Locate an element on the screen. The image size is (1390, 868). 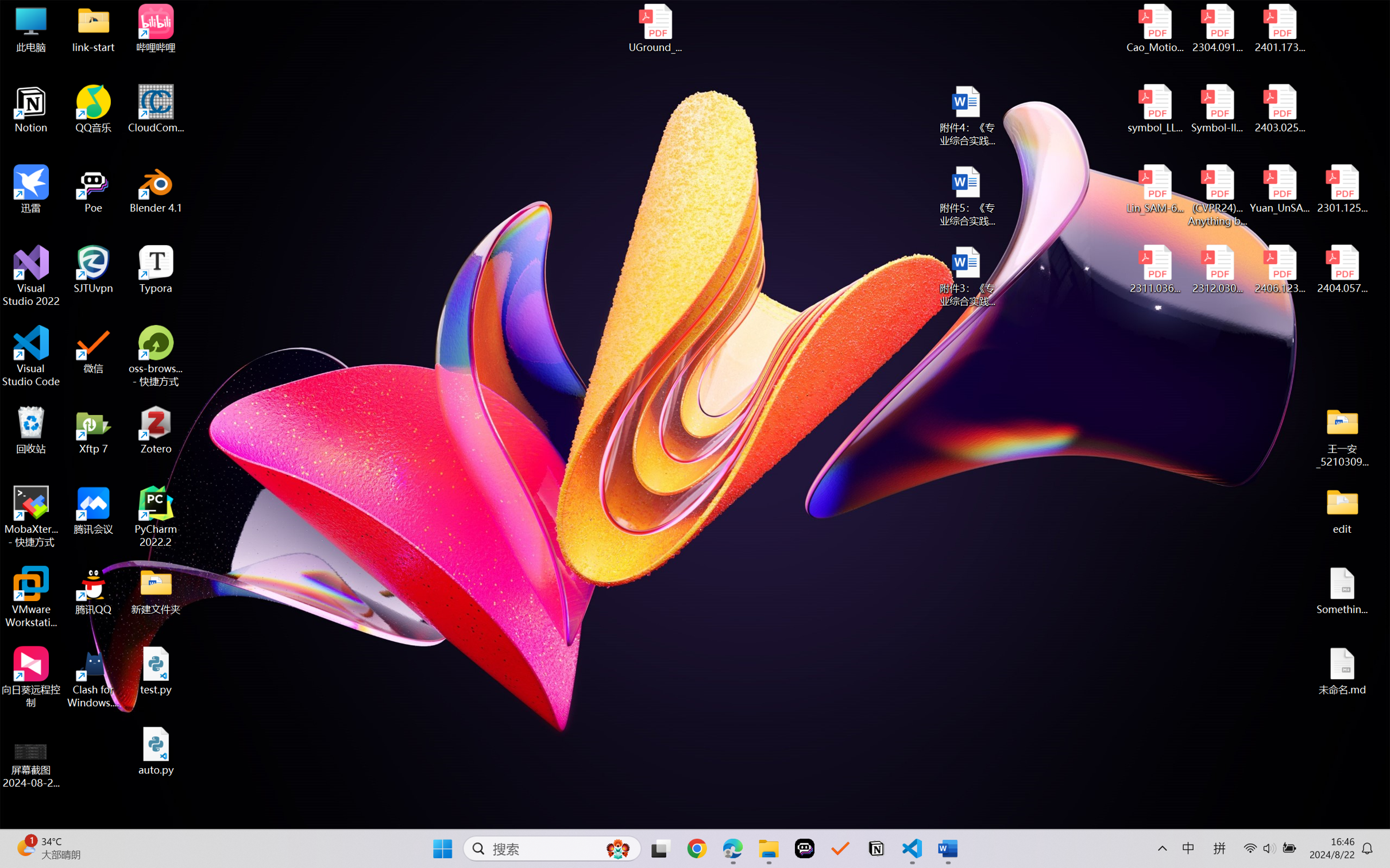
'Visual Studio Code' is located at coordinates (30, 355).